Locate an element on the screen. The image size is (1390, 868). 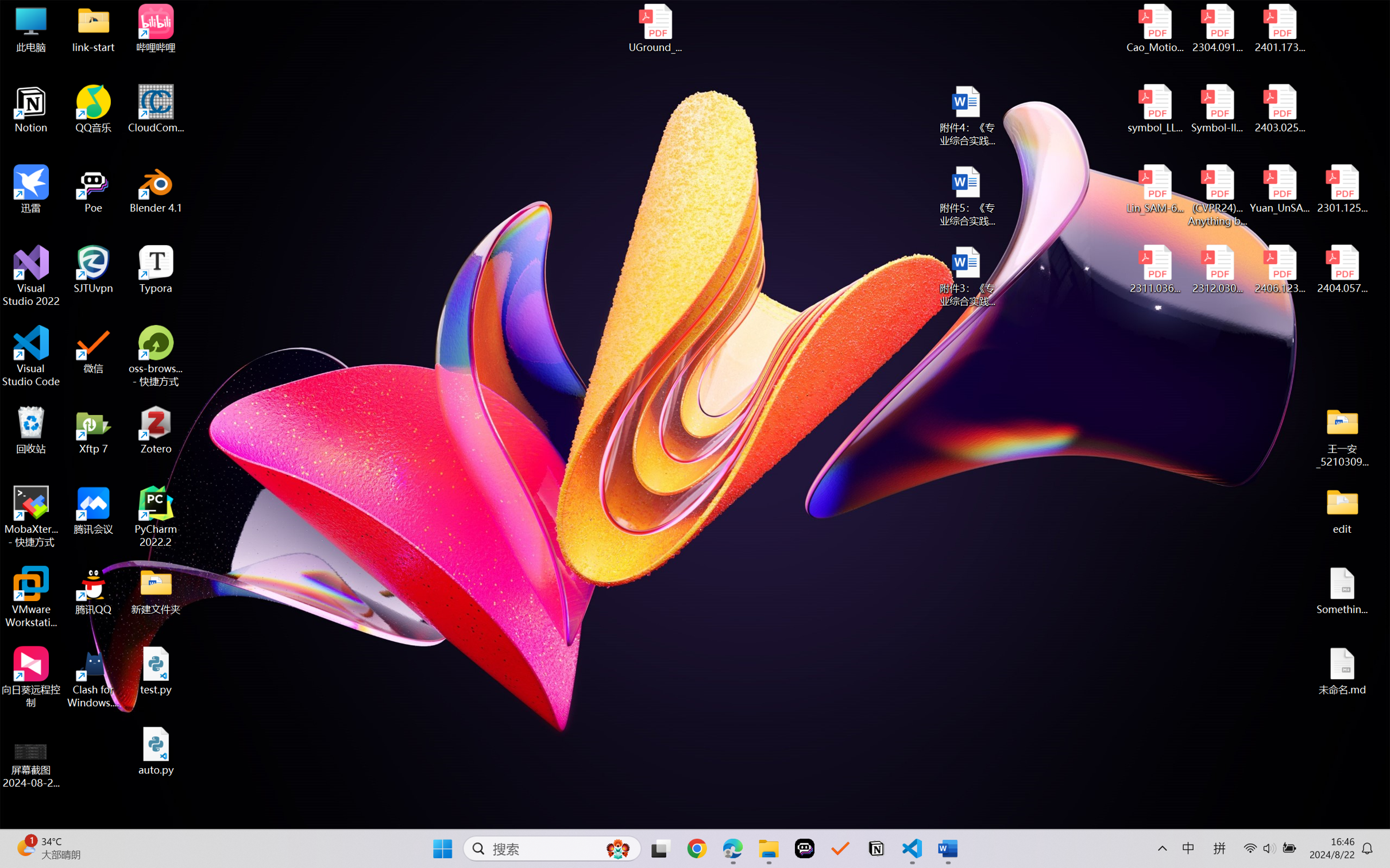
'Visual Studio Code' is located at coordinates (30, 355).